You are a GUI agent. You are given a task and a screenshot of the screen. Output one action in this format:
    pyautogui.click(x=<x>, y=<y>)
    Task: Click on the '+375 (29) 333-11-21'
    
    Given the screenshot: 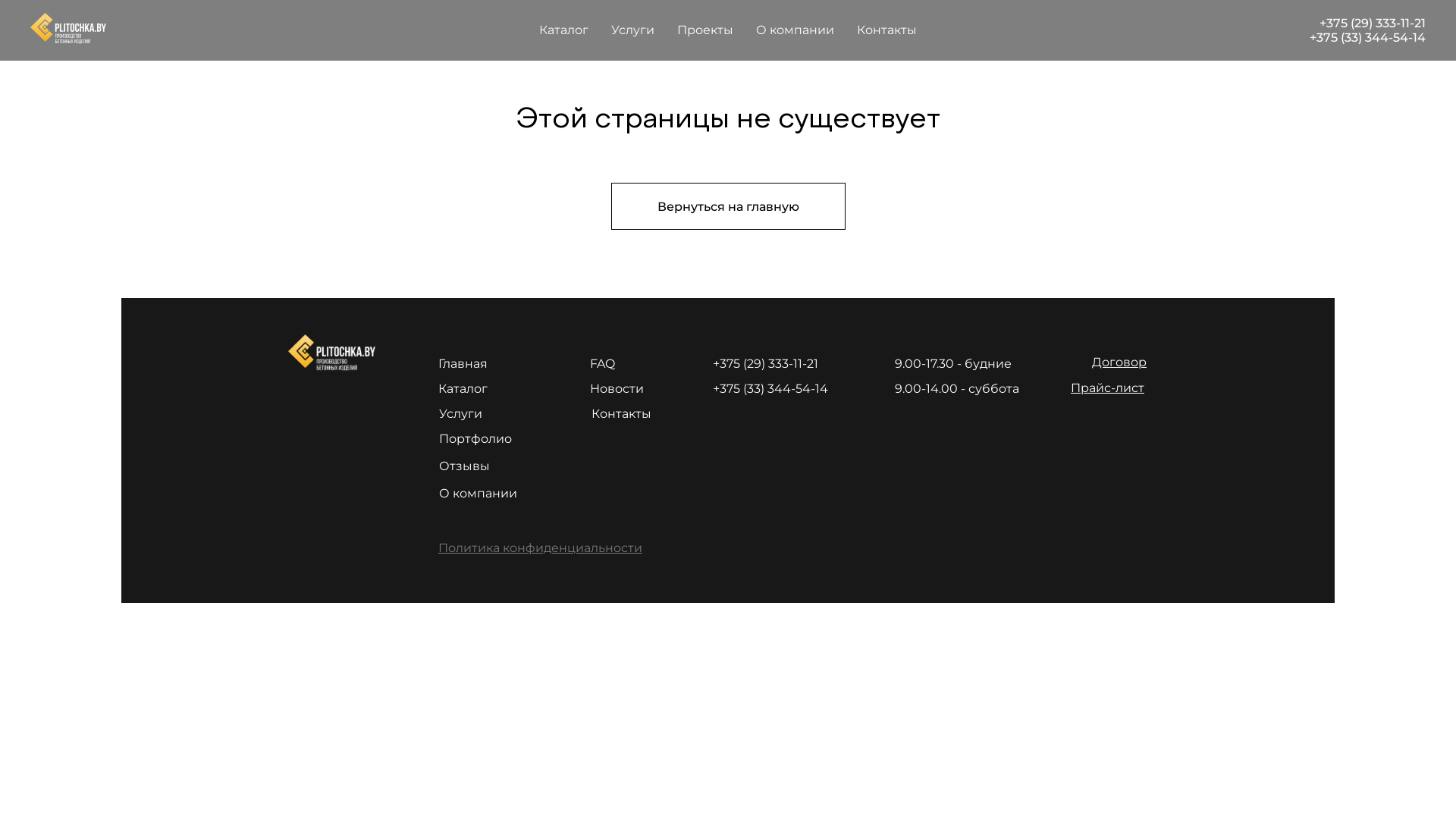 What is the action you would take?
    pyautogui.click(x=1372, y=23)
    